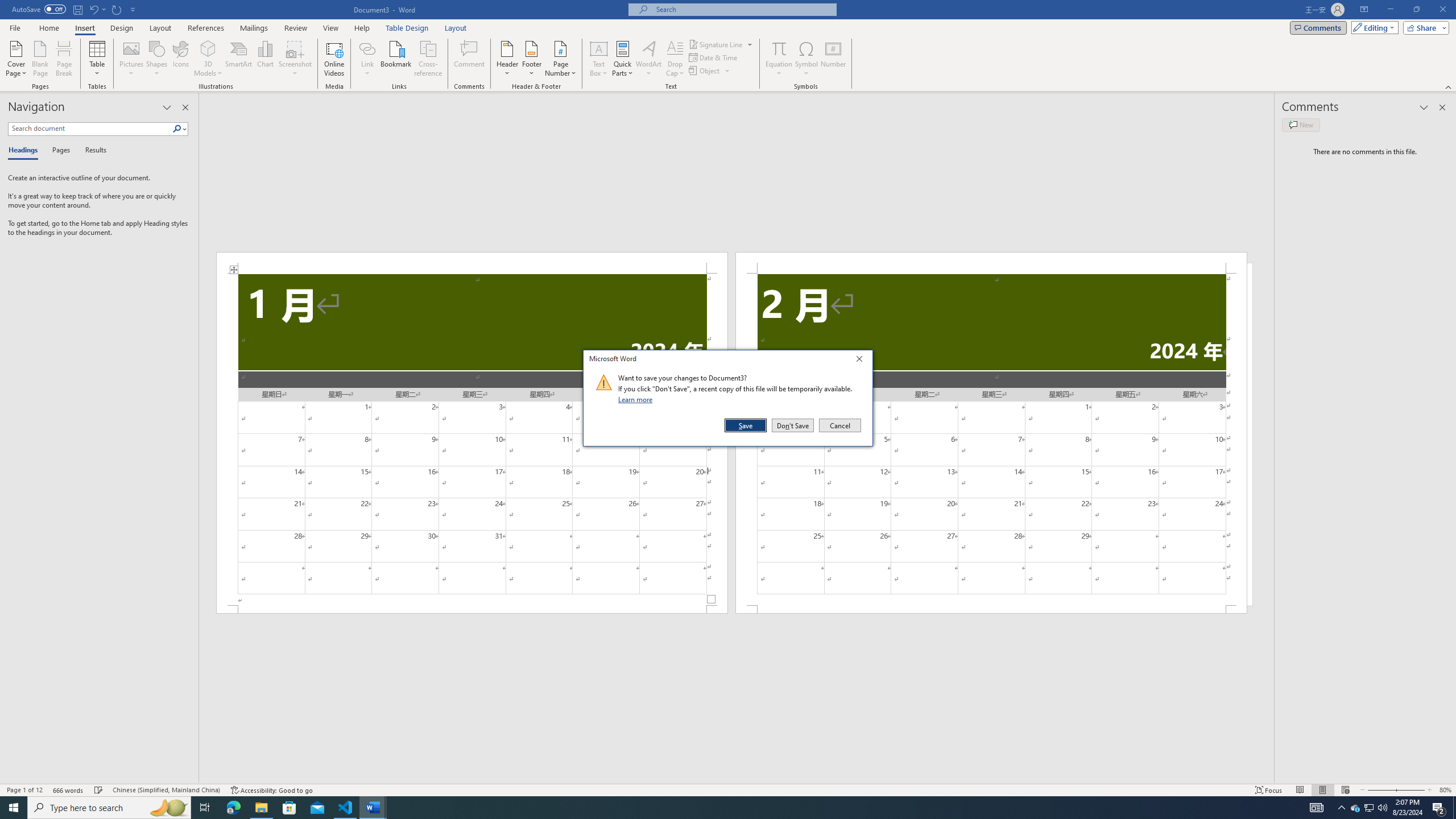 The height and width of the screenshot is (819, 1456). Describe the element at coordinates (1342, 806) in the screenshot. I see `'Notification Chevron'` at that location.